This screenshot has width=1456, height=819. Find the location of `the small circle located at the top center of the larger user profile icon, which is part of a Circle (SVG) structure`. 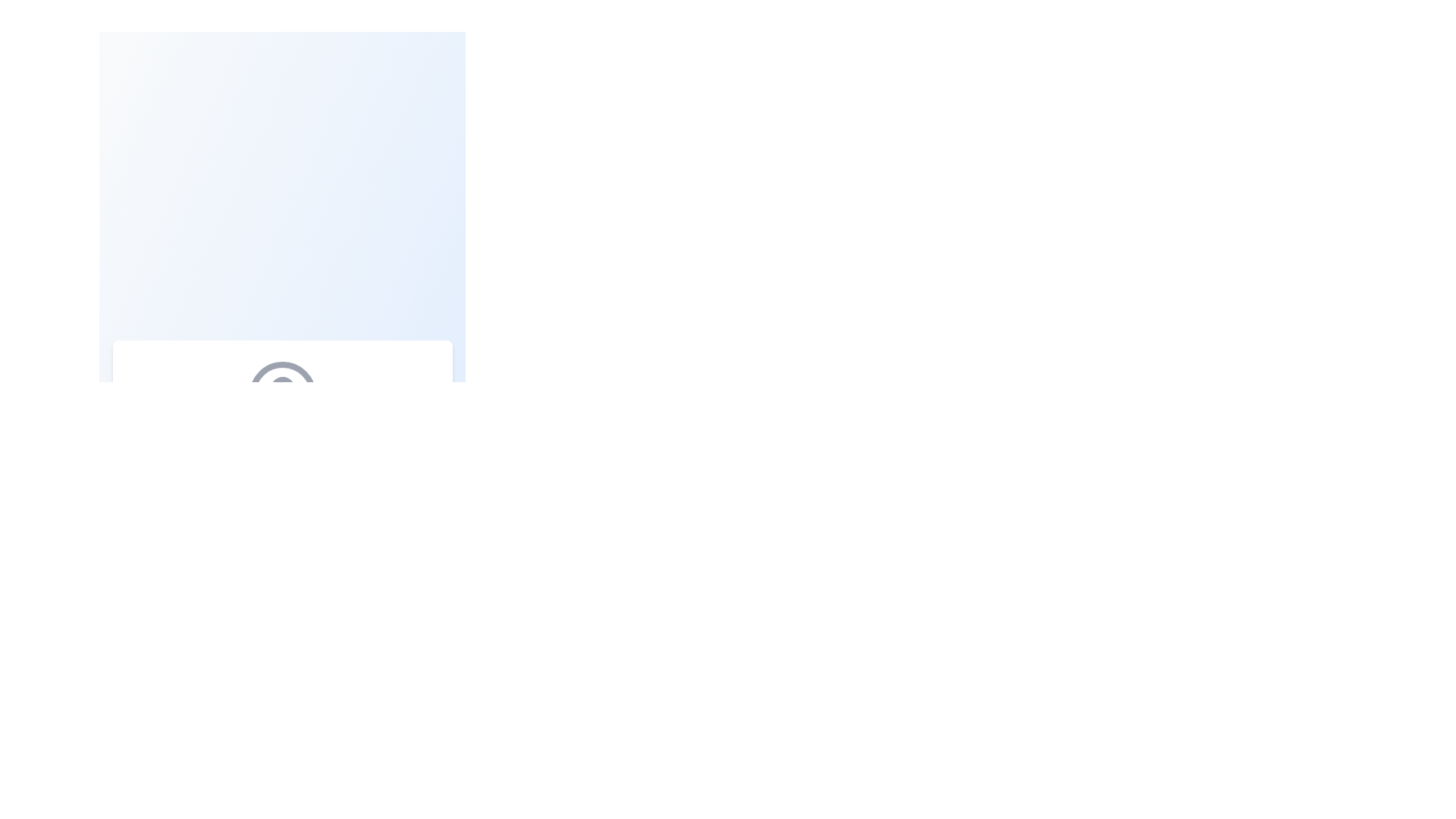

the small circle located at the top center of the larger user profile icon, which is part of a Circle (SVG) structure is located at coordinates (282, 388).